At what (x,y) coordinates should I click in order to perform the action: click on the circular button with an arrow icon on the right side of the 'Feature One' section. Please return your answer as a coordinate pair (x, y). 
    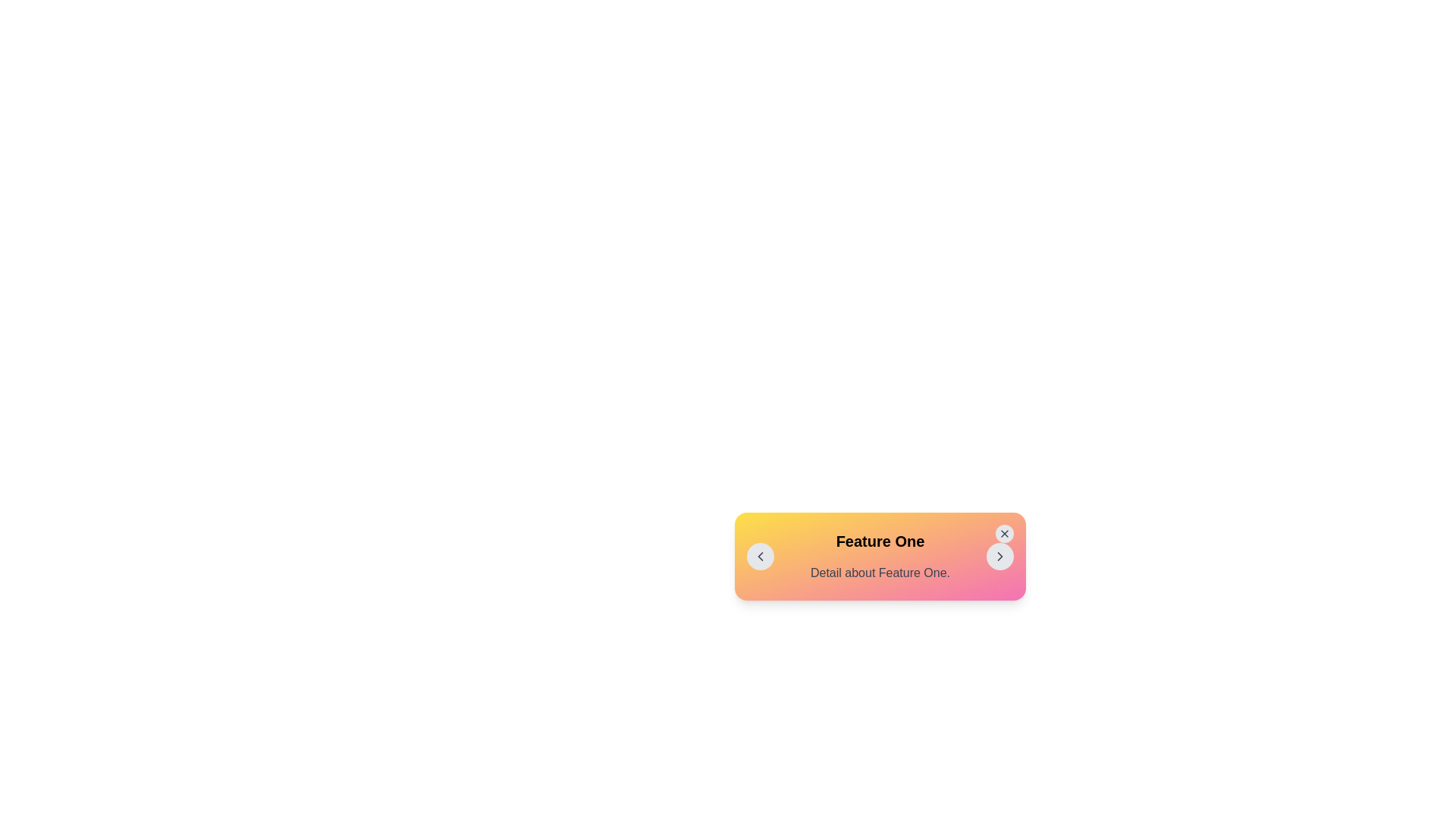
    Looking at the image, I should click on (1000, 556).